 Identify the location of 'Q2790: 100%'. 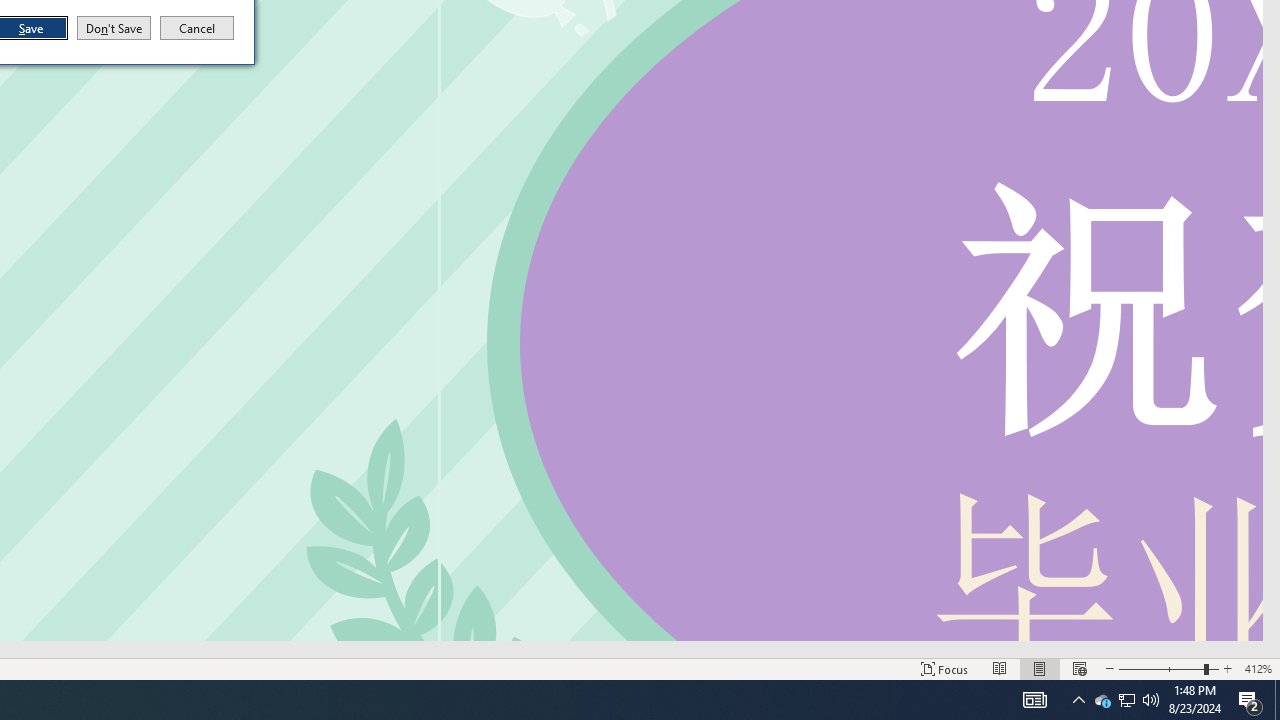
(1127, 698).